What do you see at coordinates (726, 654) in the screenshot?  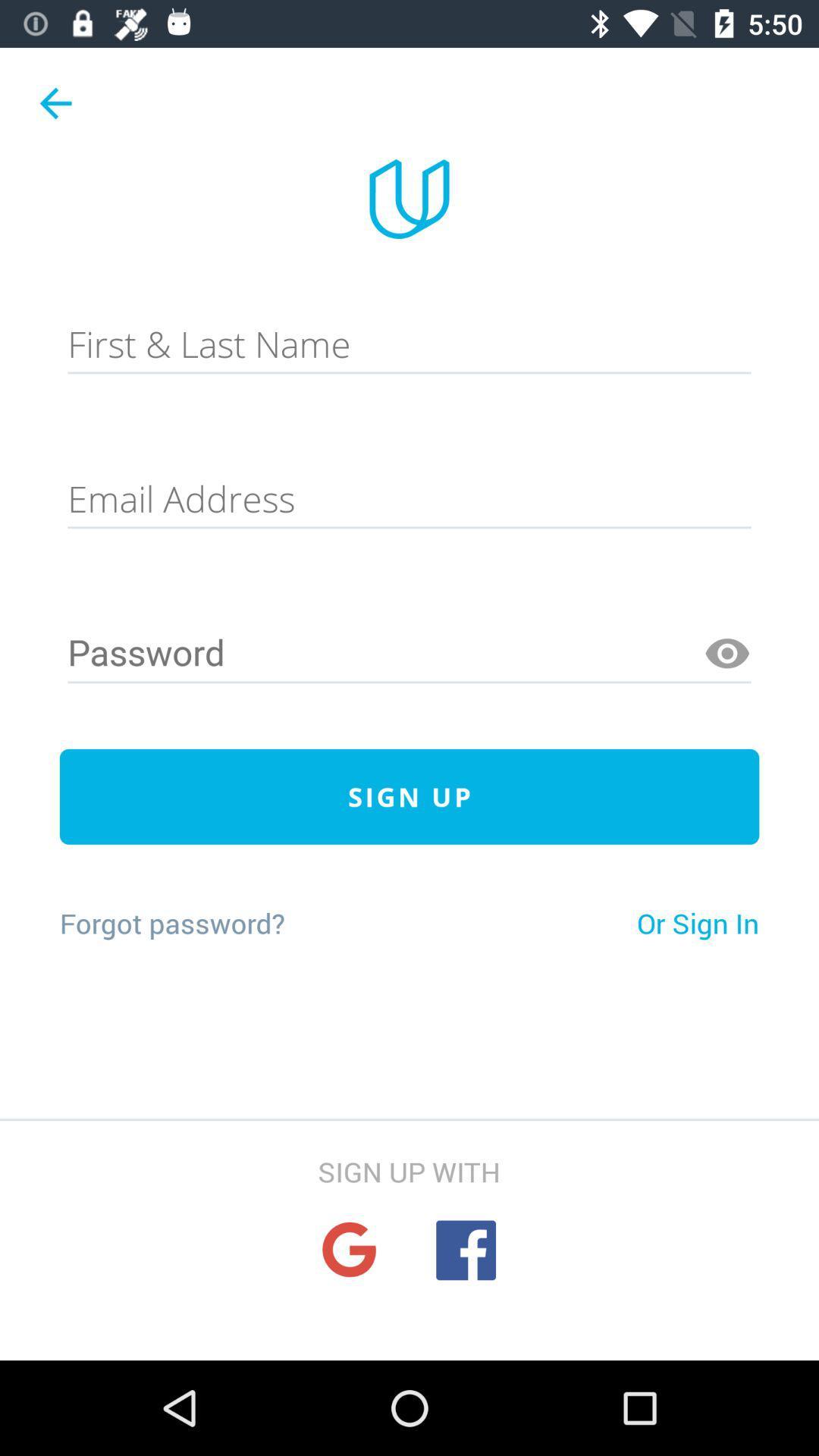 I see `the icon above sign up icon` at bounding box center [726, 654].